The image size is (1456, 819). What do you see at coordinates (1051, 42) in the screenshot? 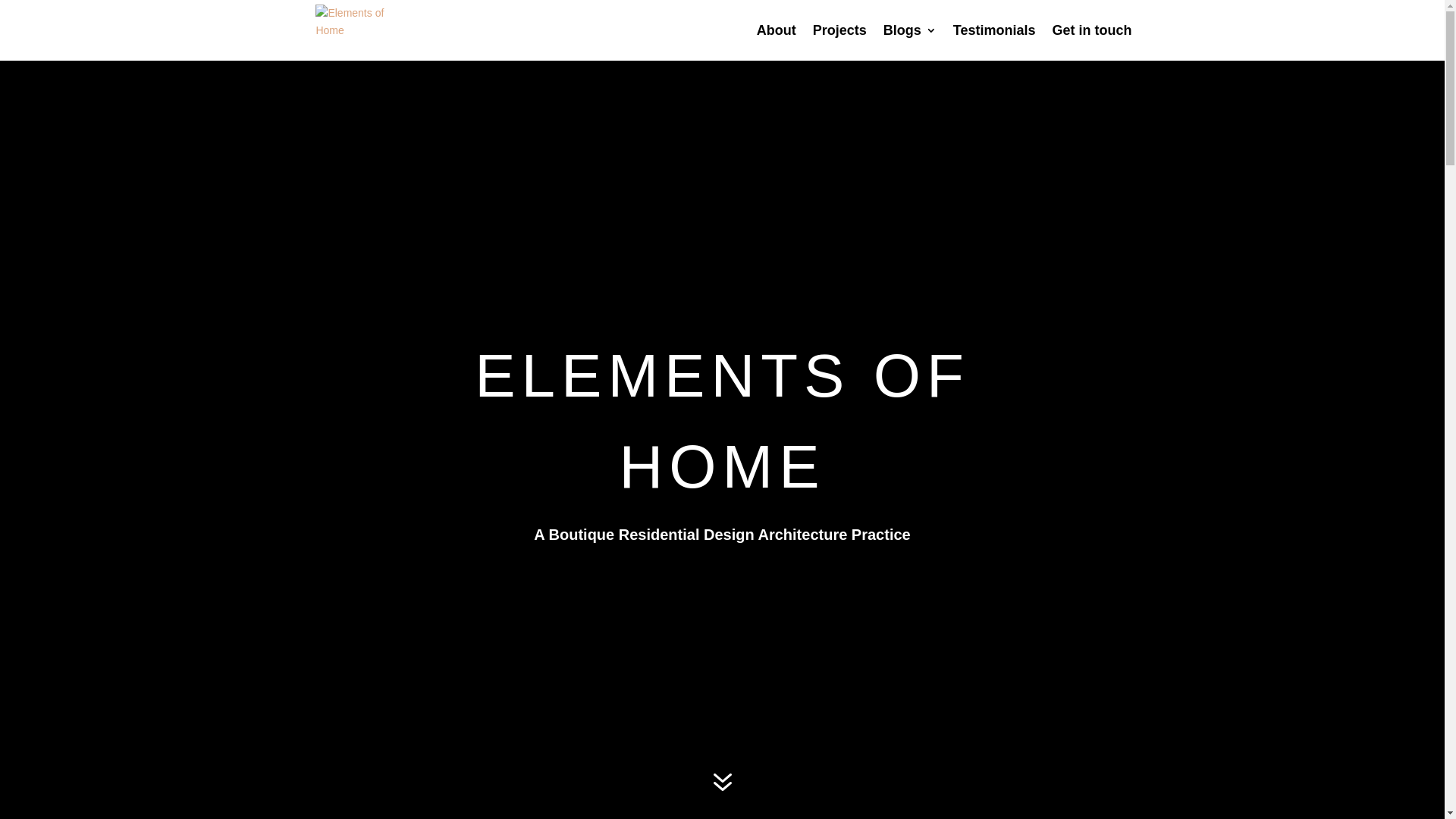
I see `'Get in touch'` at bounding box center [1051, 42].